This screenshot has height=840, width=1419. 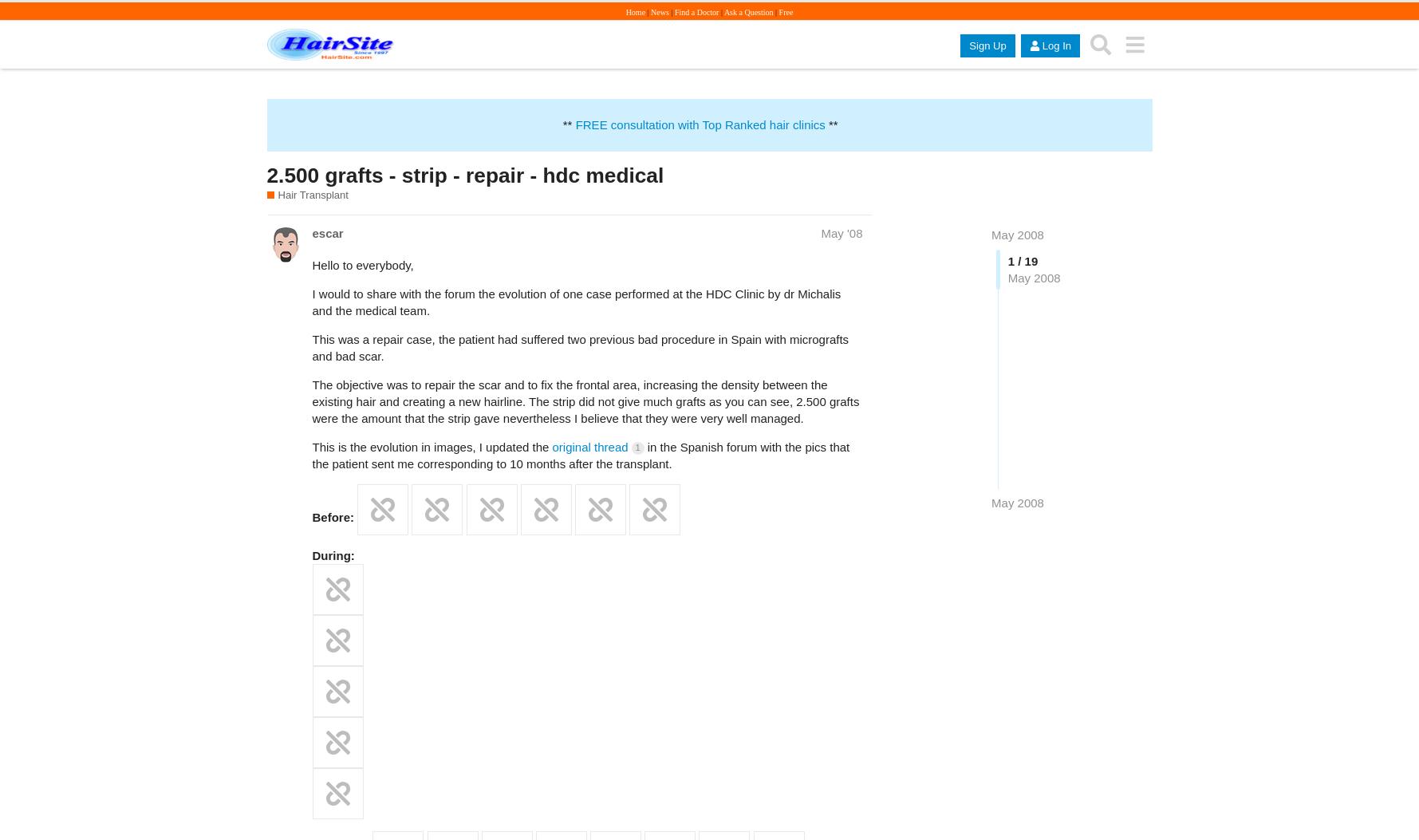 I want to click on 'Ask a Question', so click(x=722, y=12).